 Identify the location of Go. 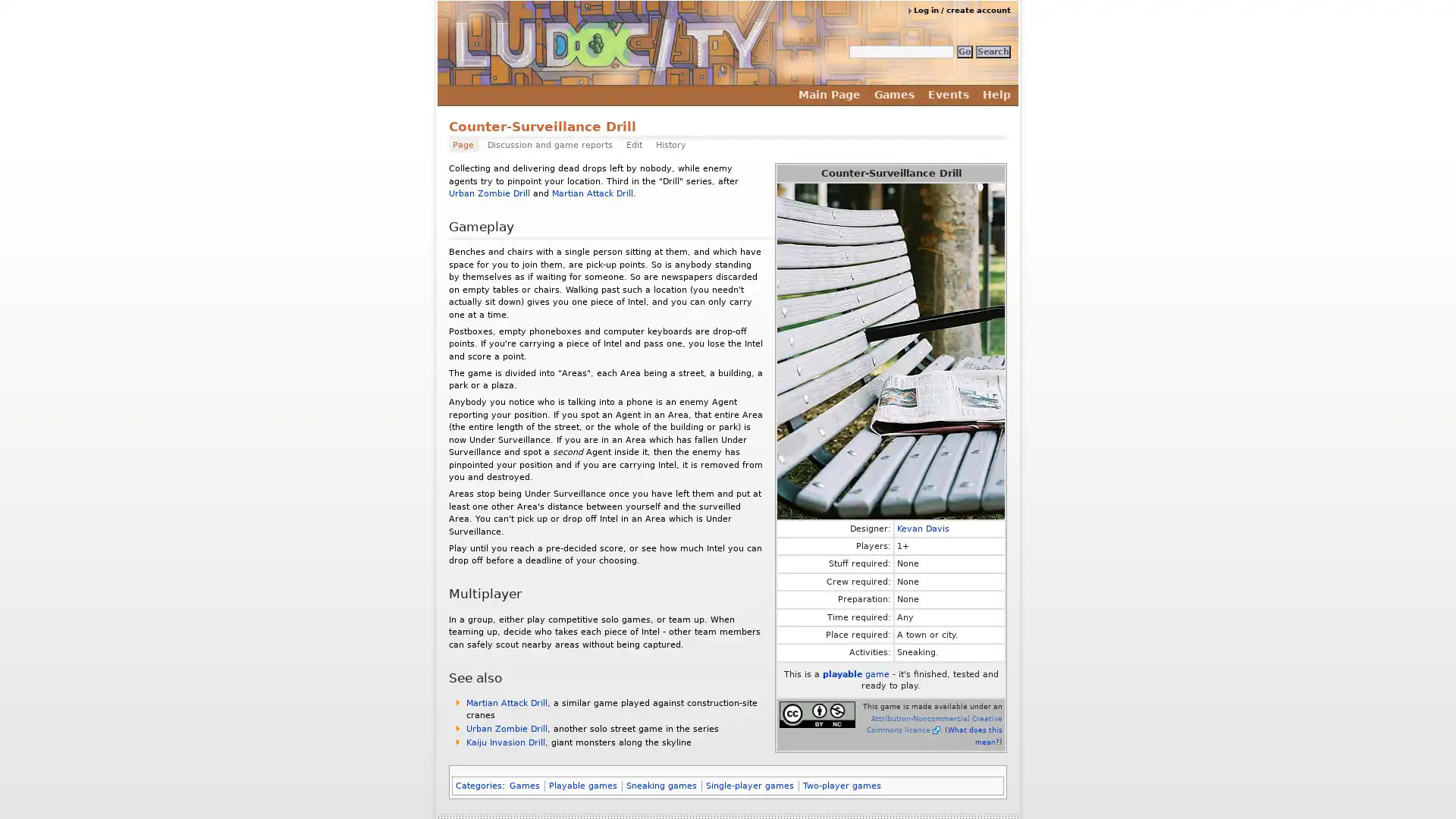
(964, 51).